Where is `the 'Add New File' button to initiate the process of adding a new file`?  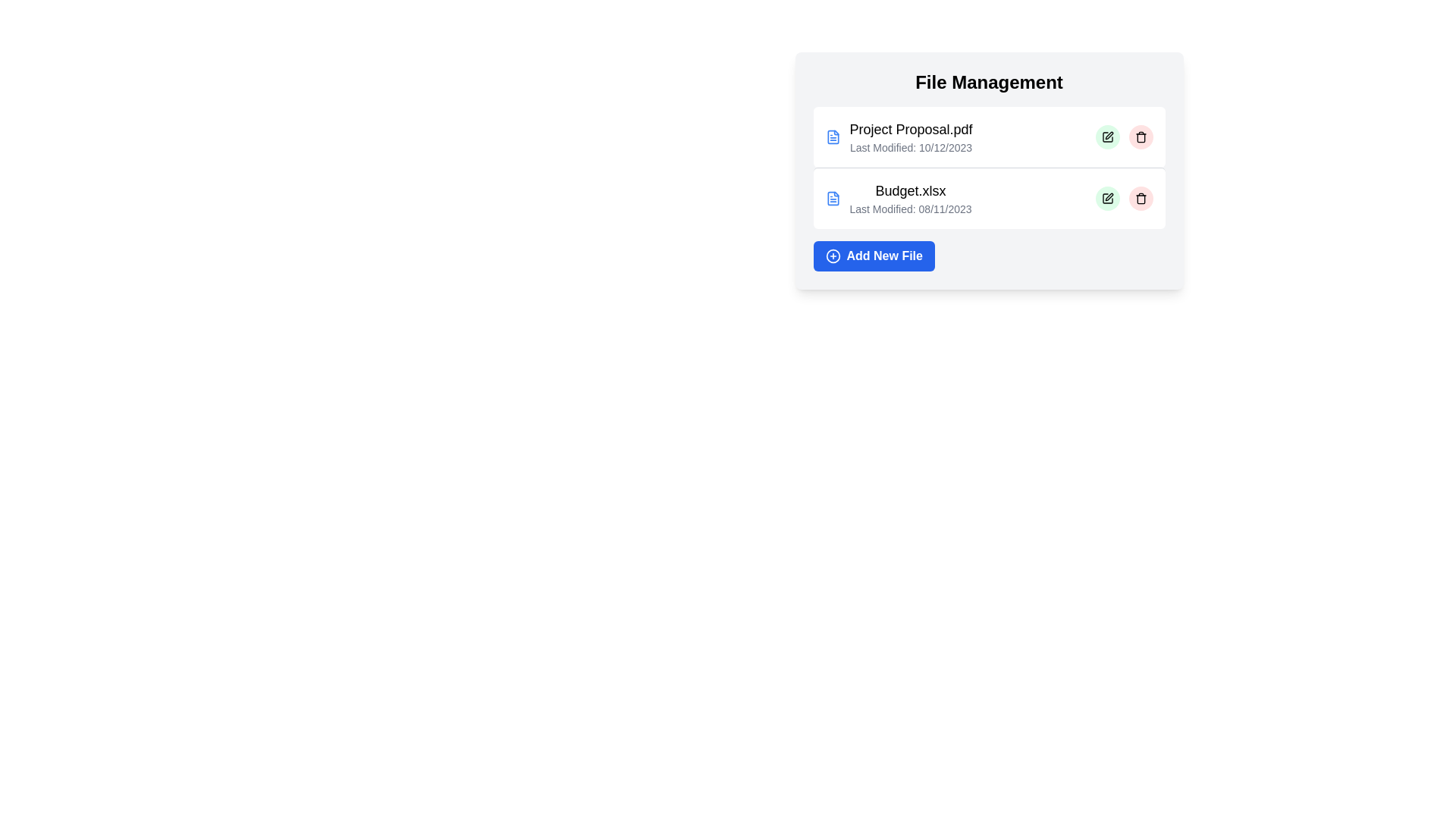 the 'Add New File' button to initiate the process of adding a new file is located at coordinates (874, 256).